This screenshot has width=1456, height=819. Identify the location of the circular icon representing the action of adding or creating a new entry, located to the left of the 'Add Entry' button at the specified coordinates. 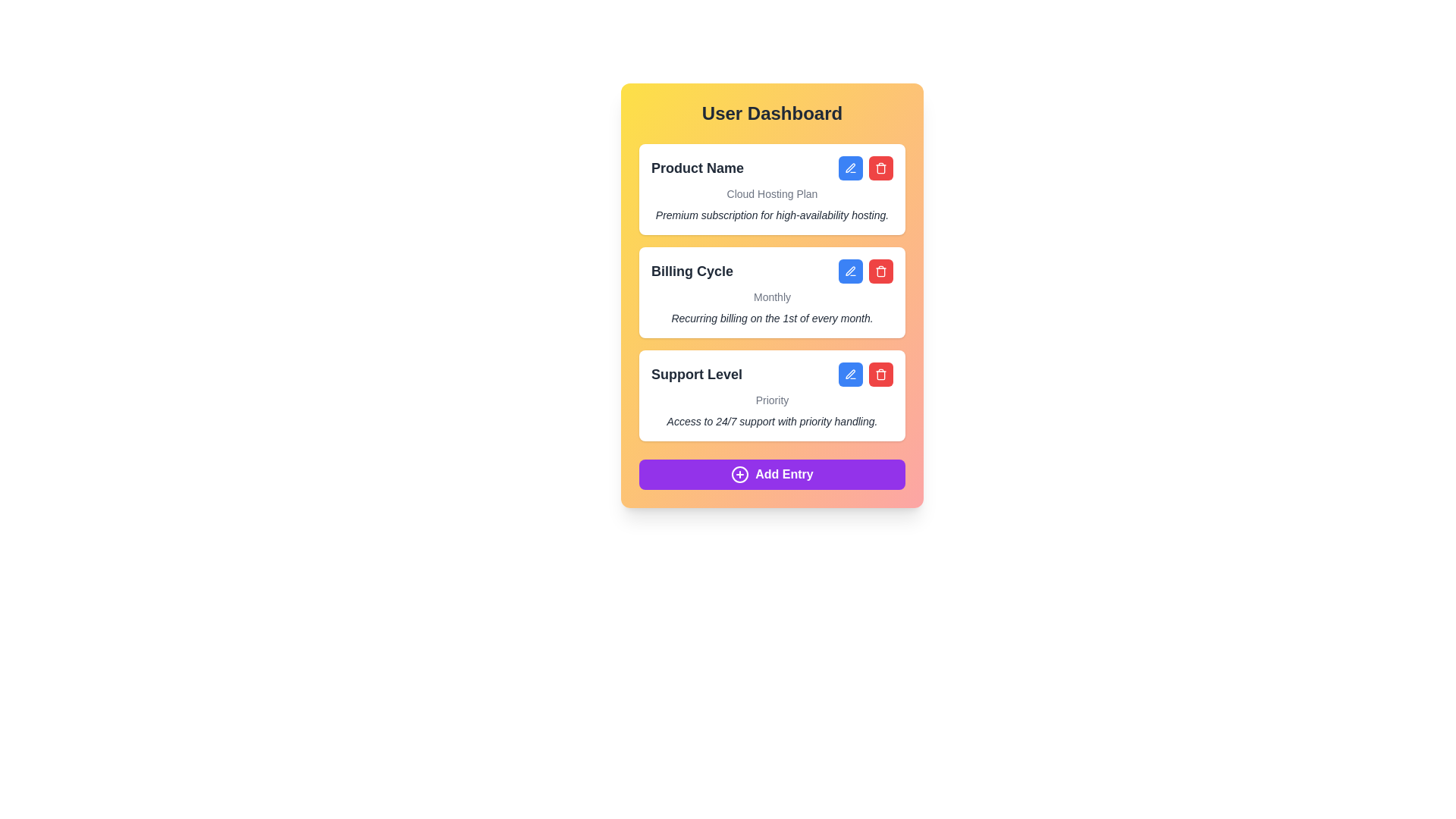
(740, 473).